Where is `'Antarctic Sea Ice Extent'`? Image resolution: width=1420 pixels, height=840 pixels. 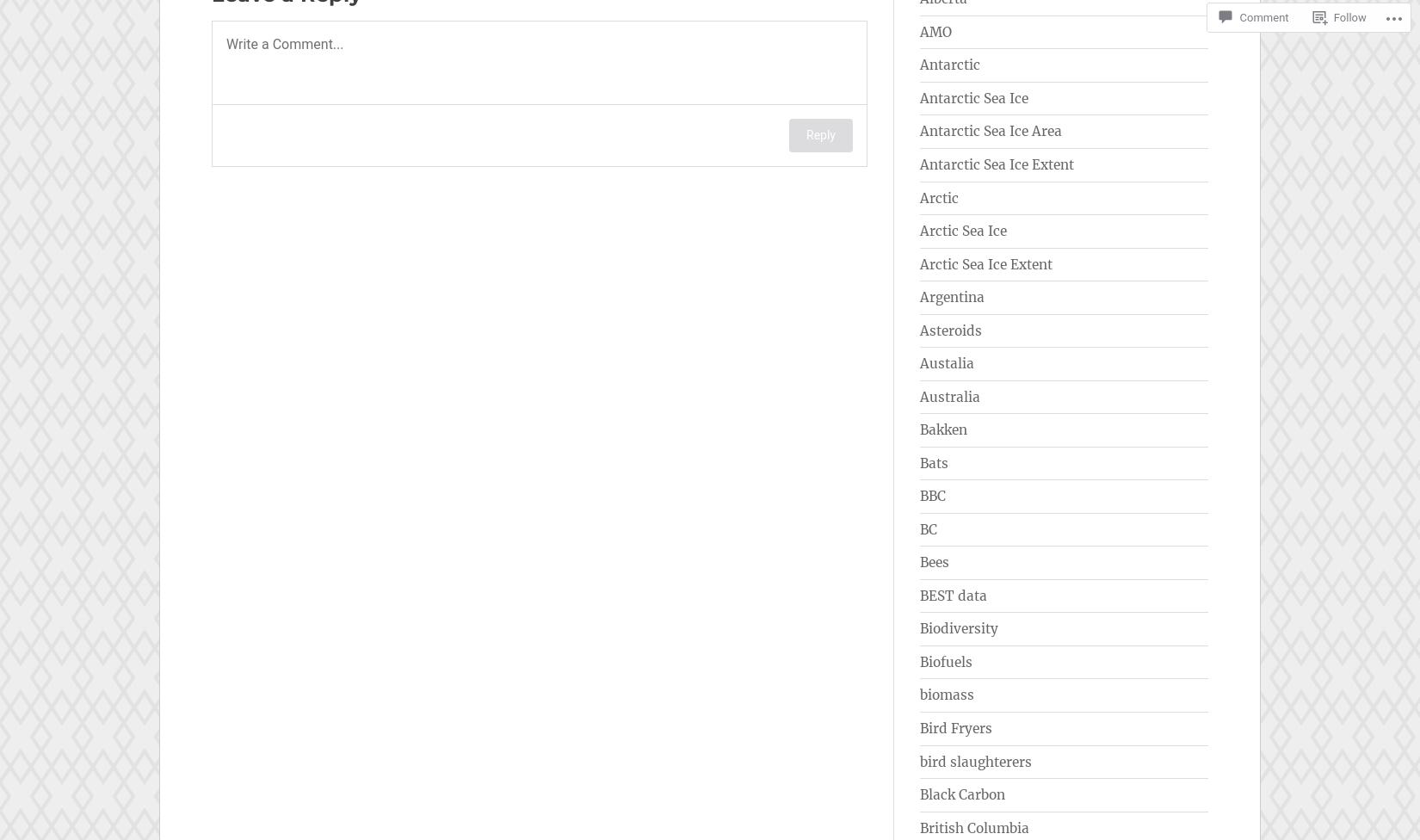 'Antarctic Sea Ice Extent' is located at coordinates (997, 163).